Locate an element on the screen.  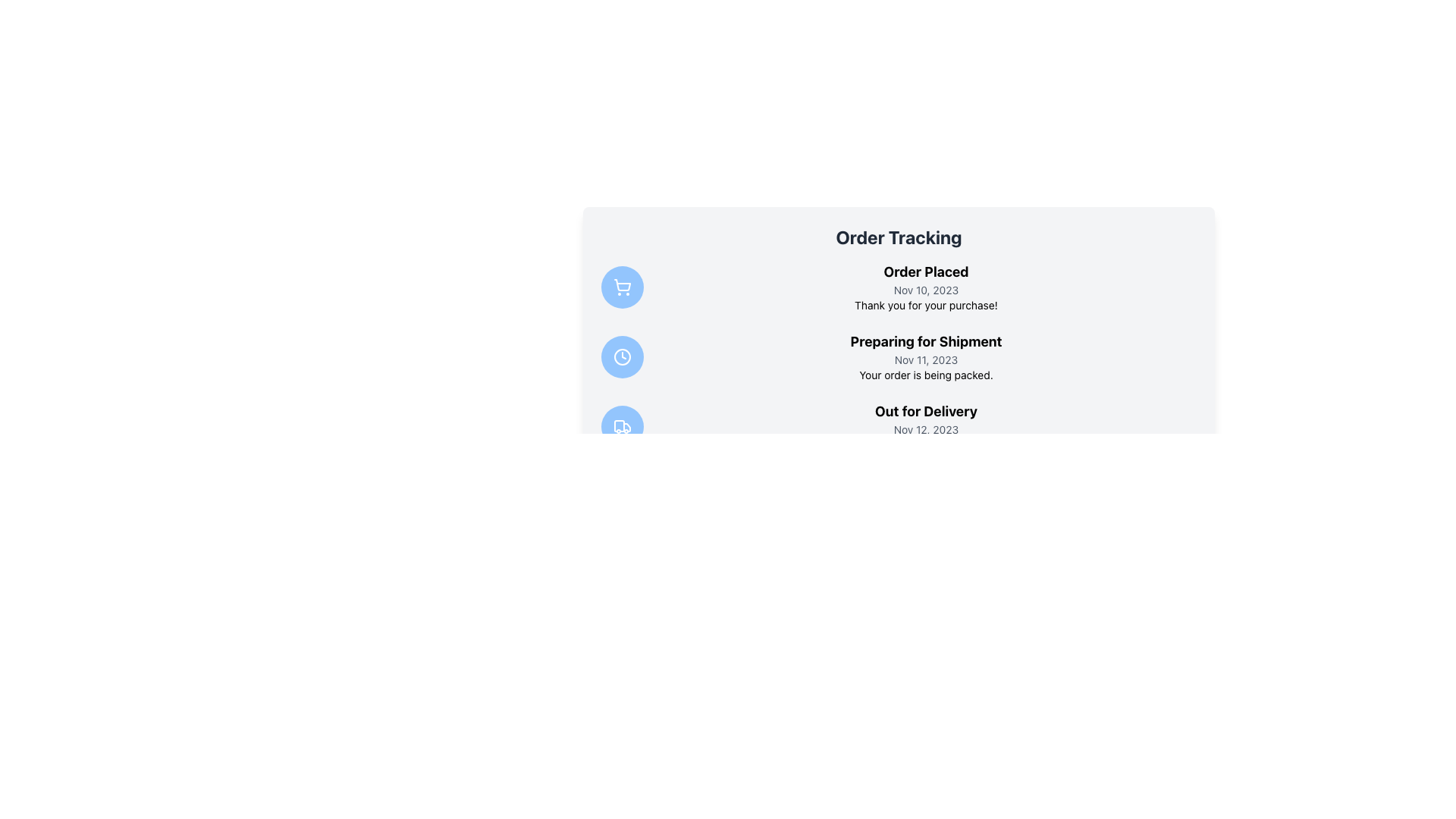
the Text Label displaying the date 'Nov 11, 2023,' which indicates a specific step's timestamp in the order tracking process, positioned below the title 'Preparing for Shipment.' is located at coordinates (925, 359).